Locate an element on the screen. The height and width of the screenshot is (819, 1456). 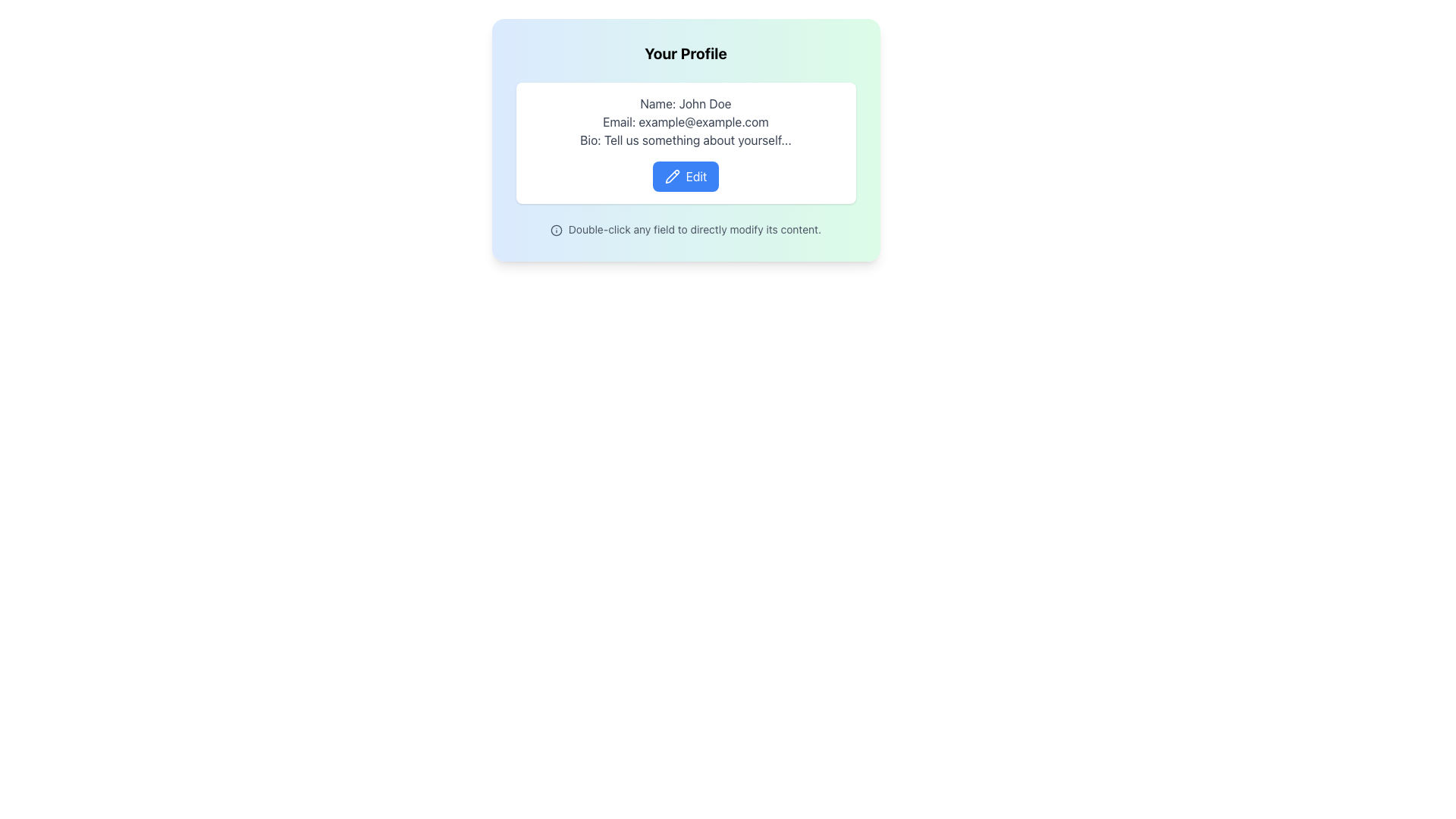
the 'Edit' button with a blue background and white text, located at the bottom center of the user's profile card is located at coordinates (685, 175).